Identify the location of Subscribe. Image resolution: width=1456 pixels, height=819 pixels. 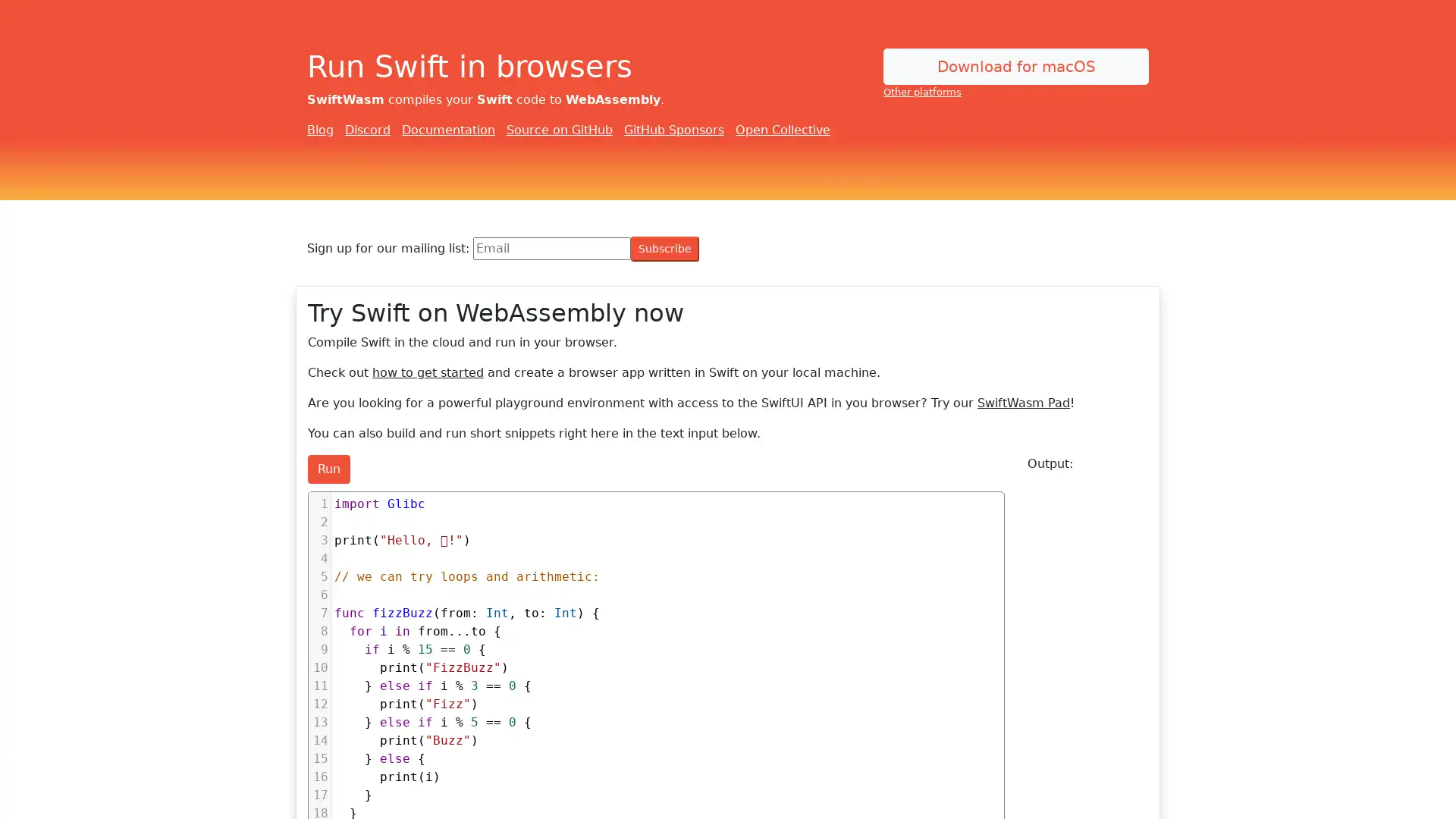
(665, 248).